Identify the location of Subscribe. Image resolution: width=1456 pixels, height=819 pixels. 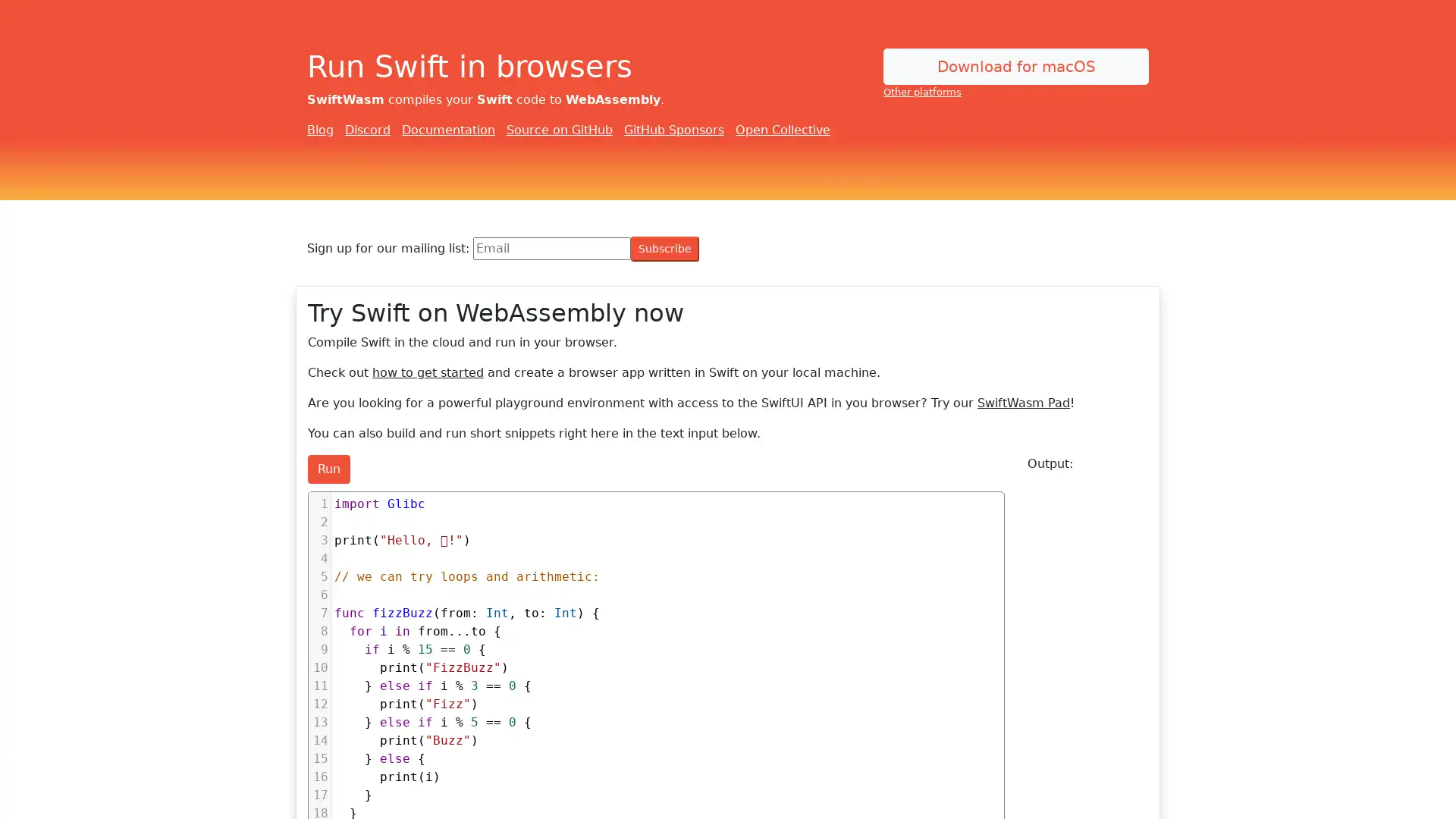
(665, 248).